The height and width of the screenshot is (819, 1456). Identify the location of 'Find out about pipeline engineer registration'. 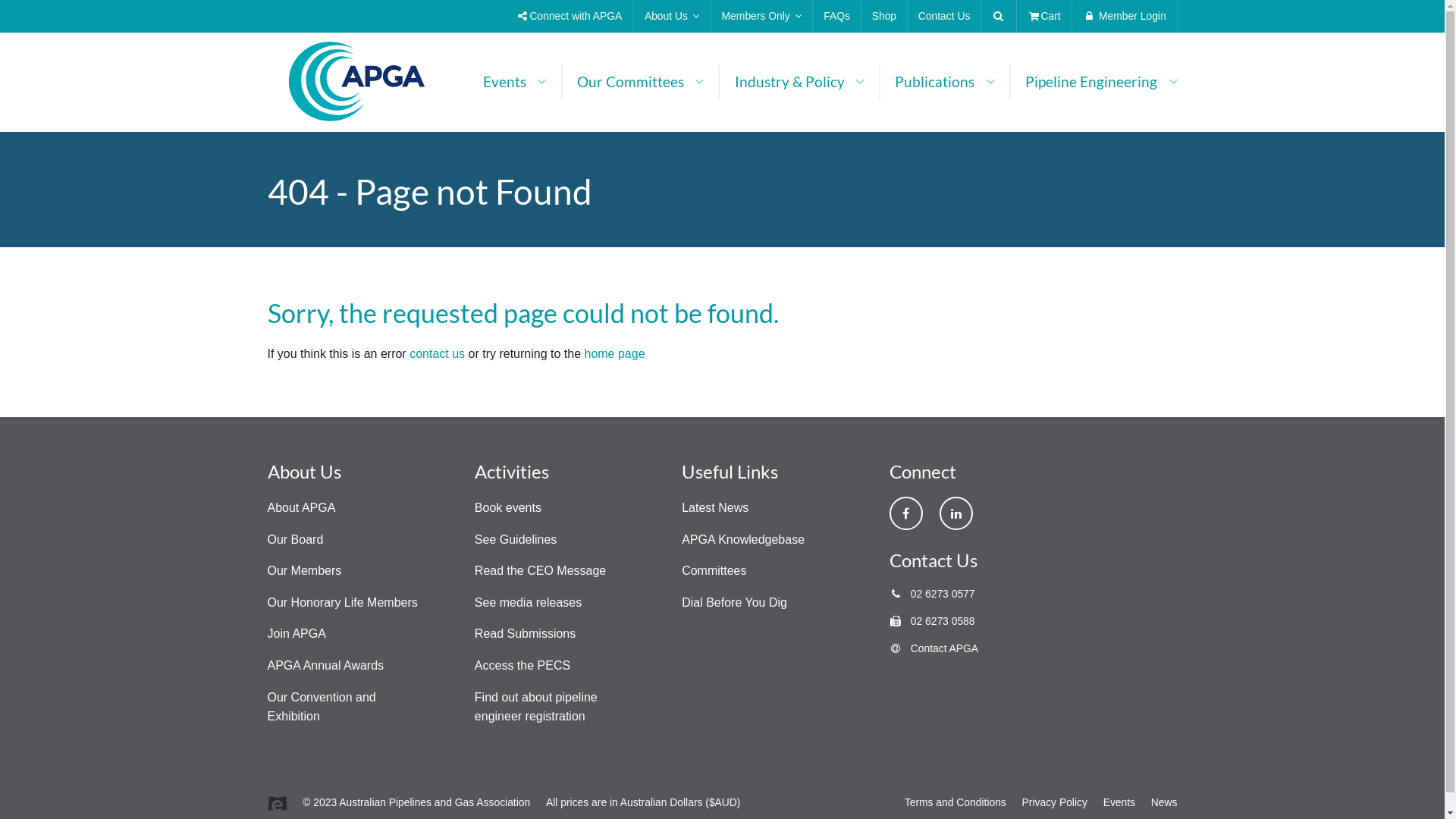
(535, 707).